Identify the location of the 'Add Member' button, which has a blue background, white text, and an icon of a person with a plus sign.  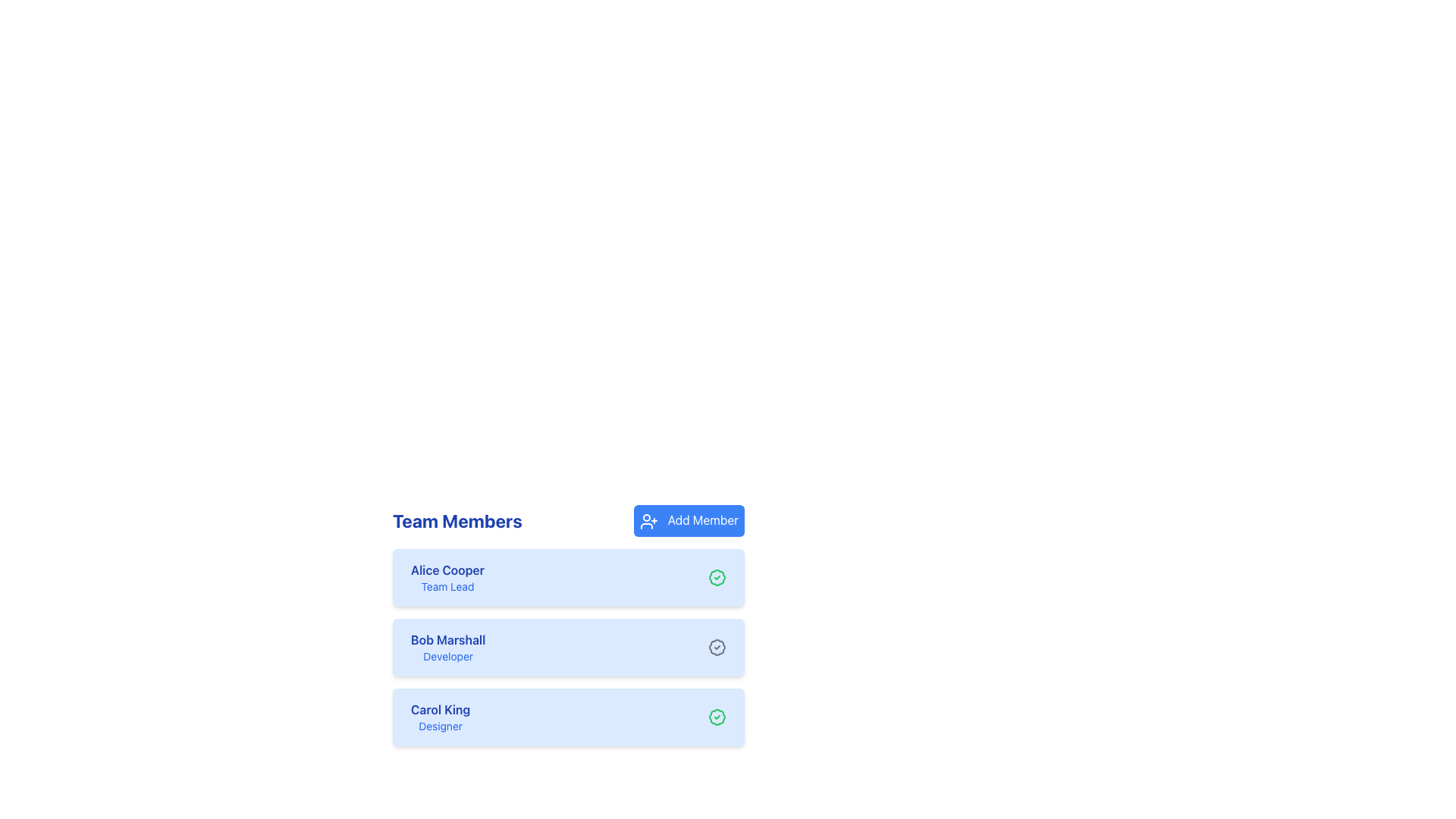
(688, 519).